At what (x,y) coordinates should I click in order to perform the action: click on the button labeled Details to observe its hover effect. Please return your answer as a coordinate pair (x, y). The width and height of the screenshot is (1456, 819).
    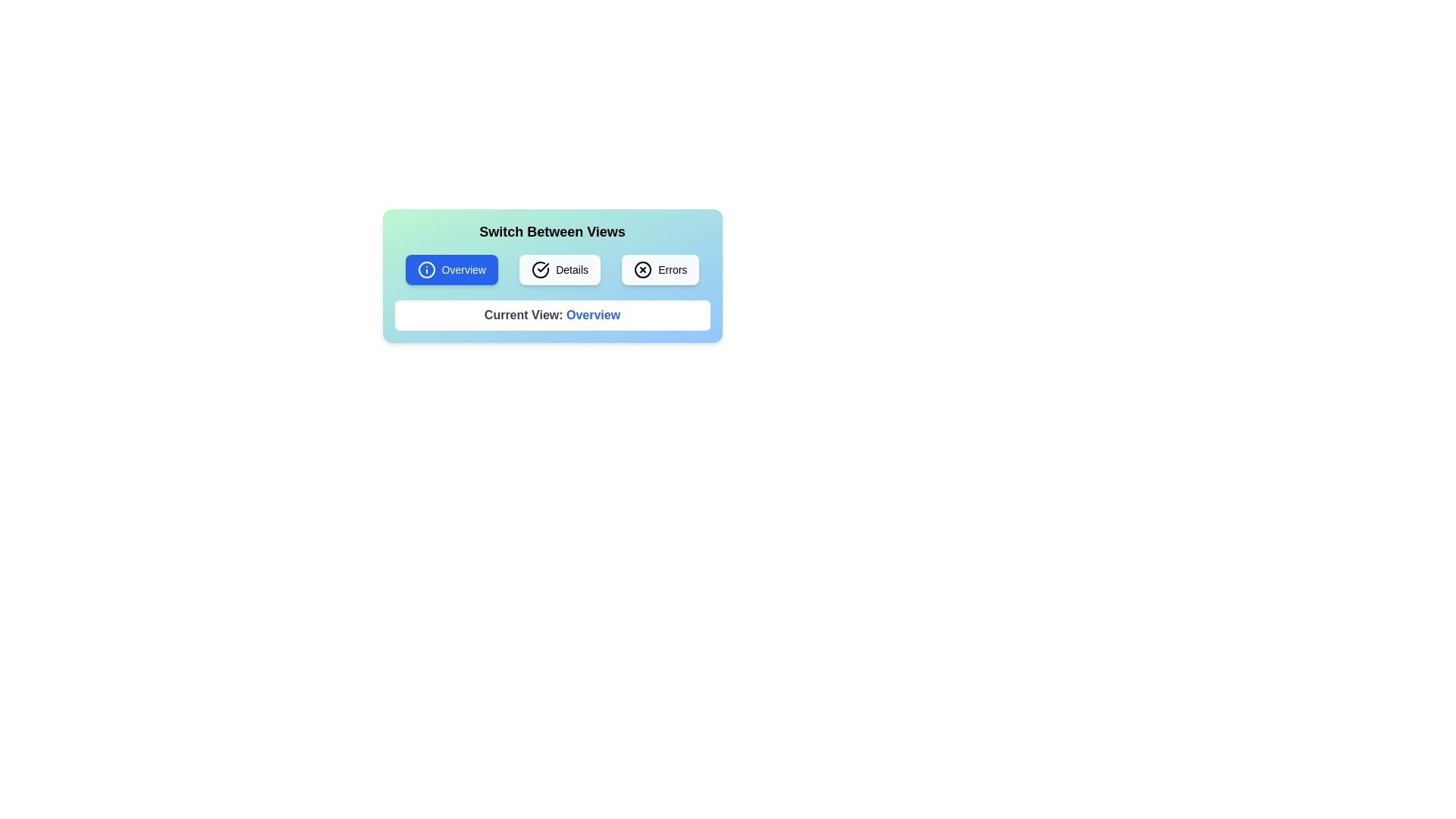
    Looking at the image, I should click on (559, 268).